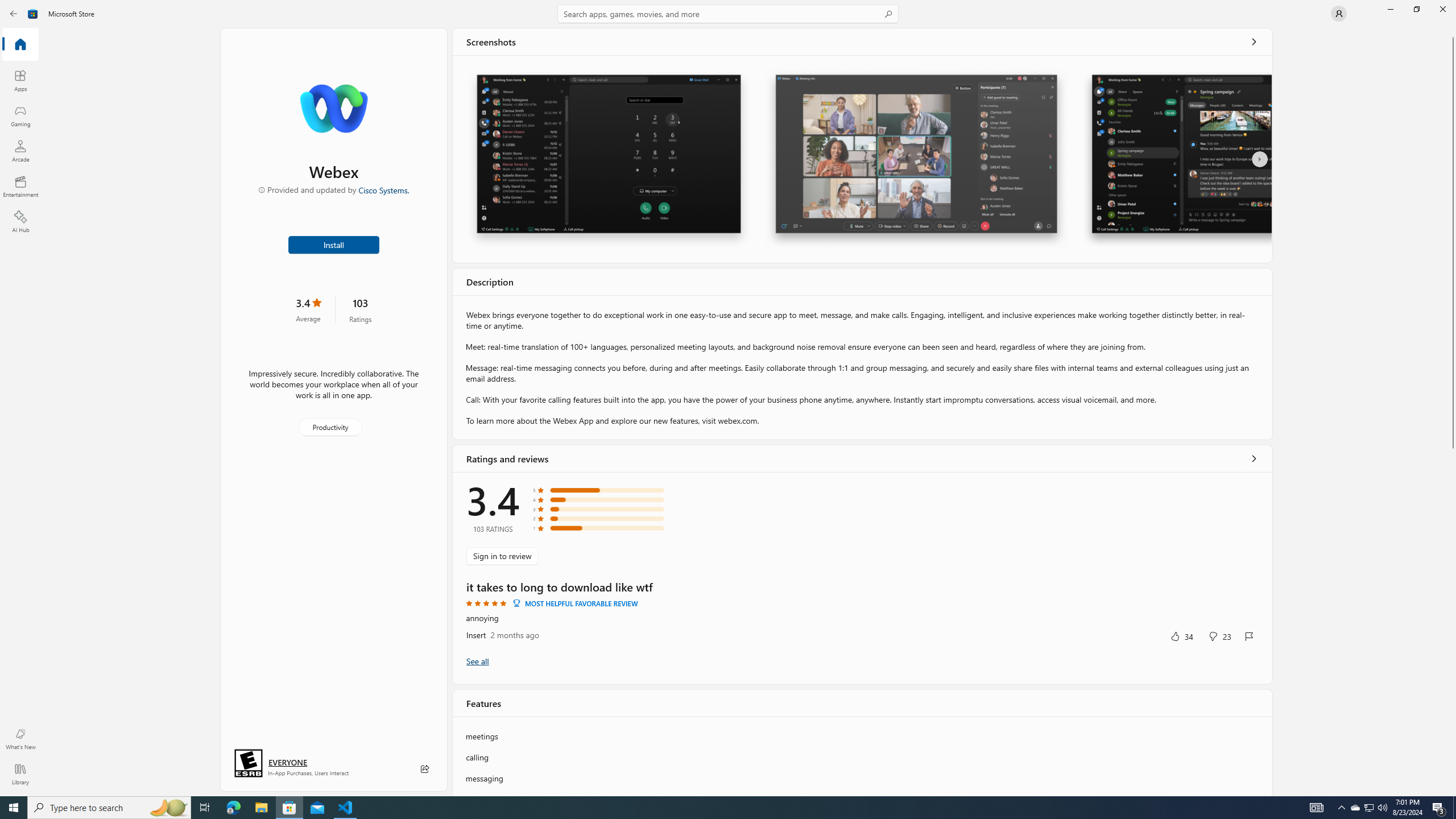 The width and height of the screenshot is (1456, 819). I want to click on 'Apps', so click(19, 80).